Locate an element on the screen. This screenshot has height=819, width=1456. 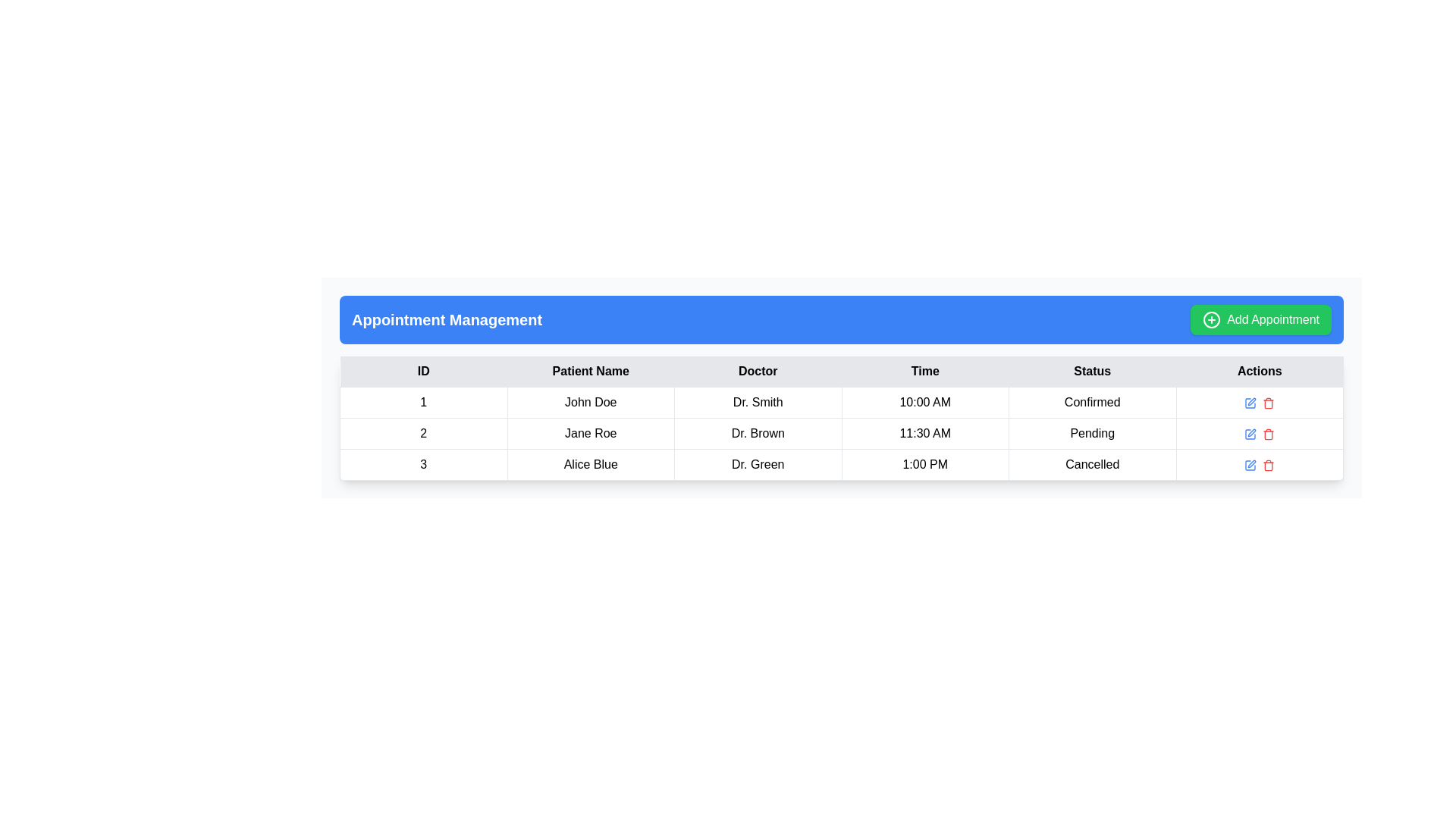
the text label displaying 'Appointment Management' which is styled with a bold font and positioned in the header section of the page is located at coordinates (446, 318).